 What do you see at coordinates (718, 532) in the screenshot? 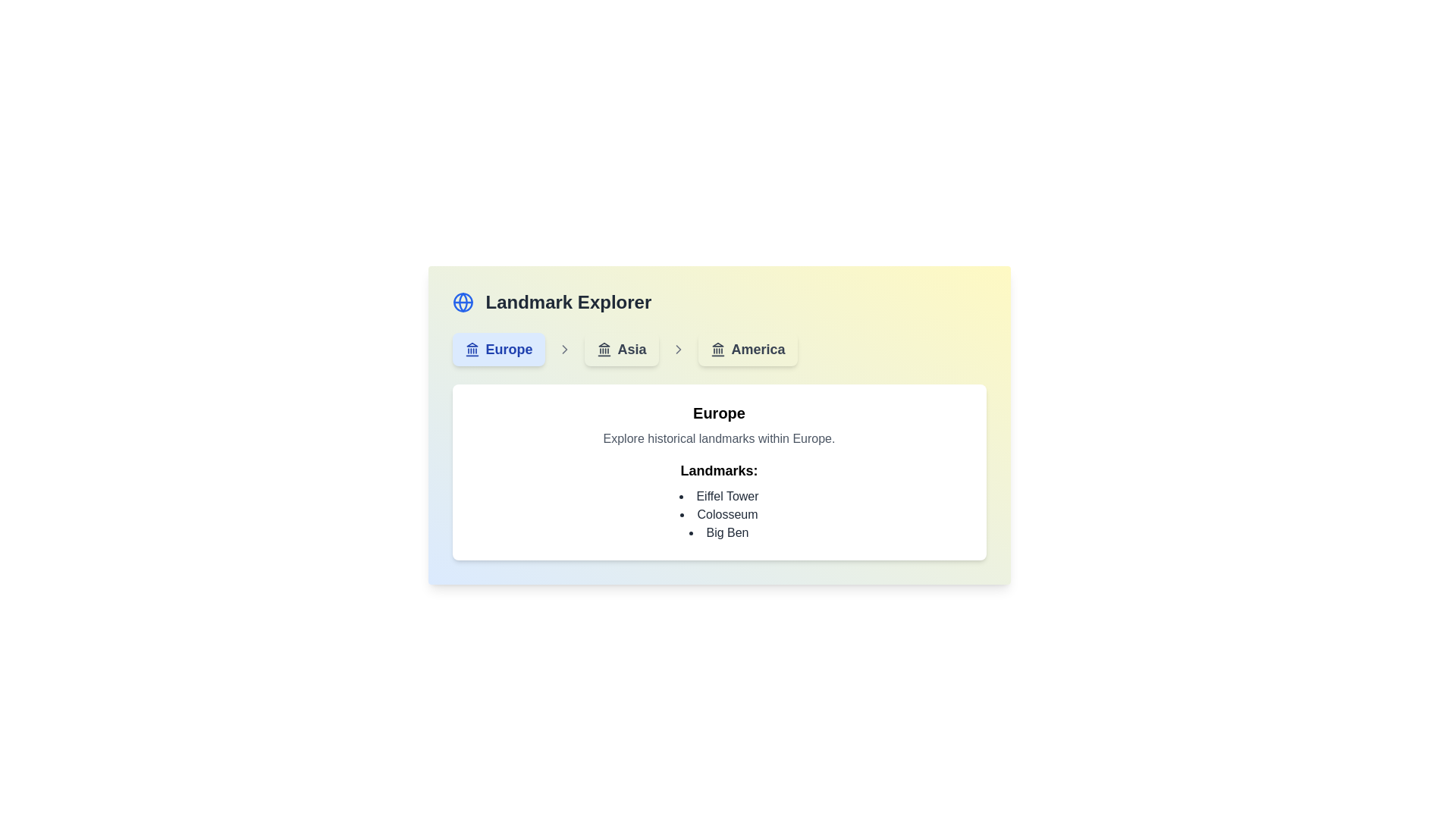
I see `the text 'Big Ben'` at bounding box center [718, 532].